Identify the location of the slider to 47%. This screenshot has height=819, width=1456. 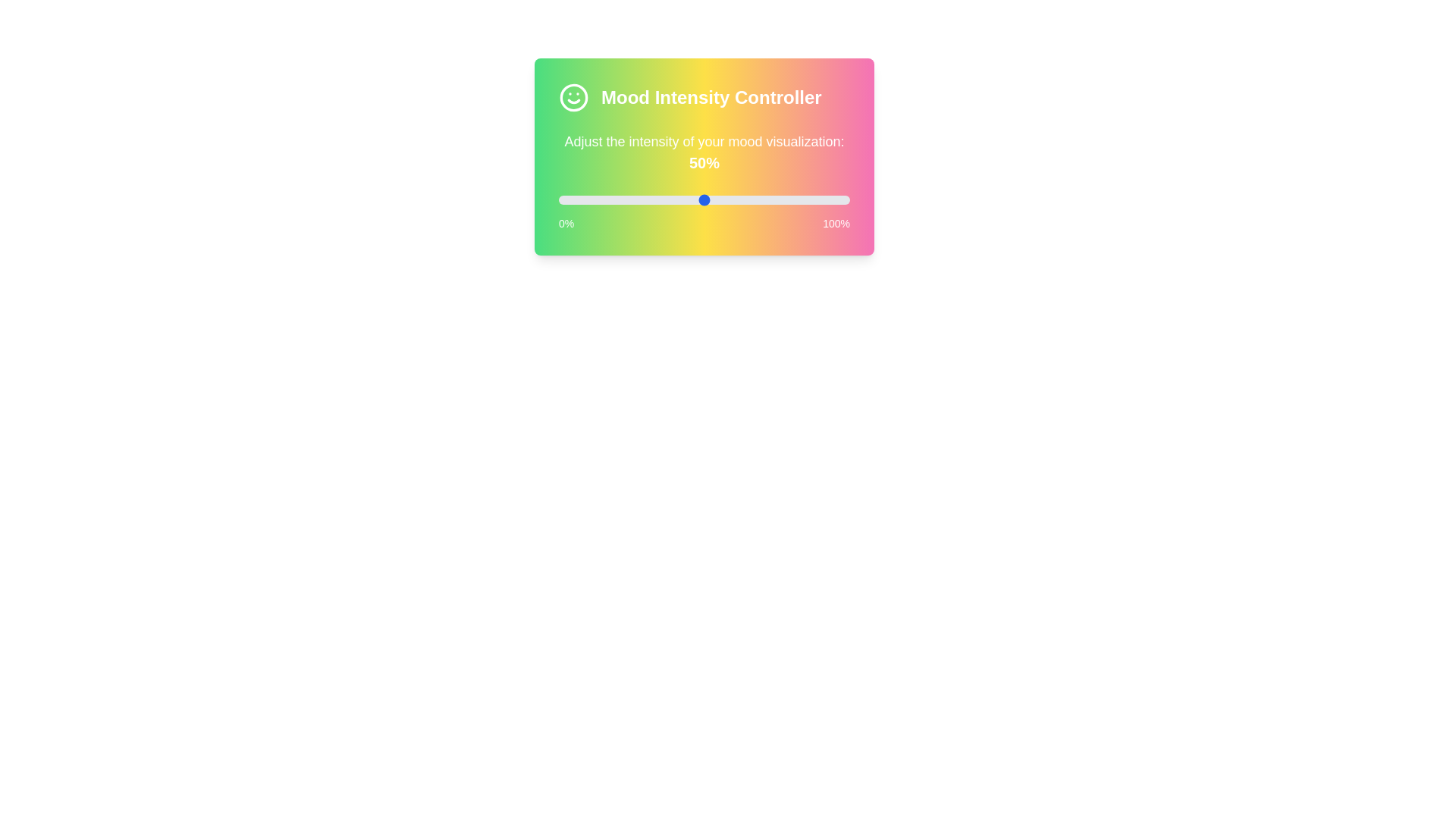
(695, 199).